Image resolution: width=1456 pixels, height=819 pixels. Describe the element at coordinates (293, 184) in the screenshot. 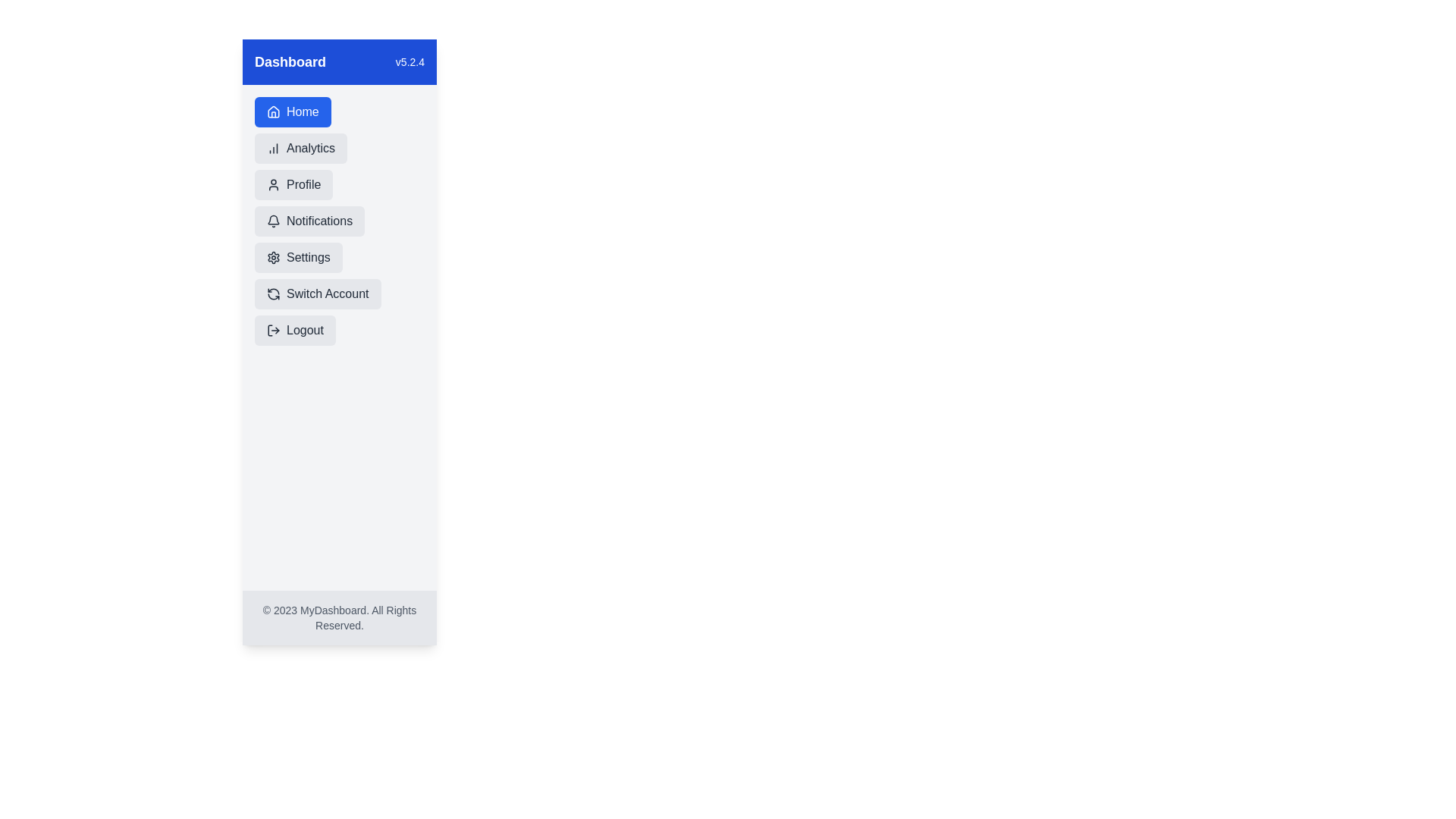

I see `the navigational button for the 'Profile' section, positioned as the third item in the vertical list of buttons on the left side, located between the 'Analytics' and 'Notifications' buttons` at that location.